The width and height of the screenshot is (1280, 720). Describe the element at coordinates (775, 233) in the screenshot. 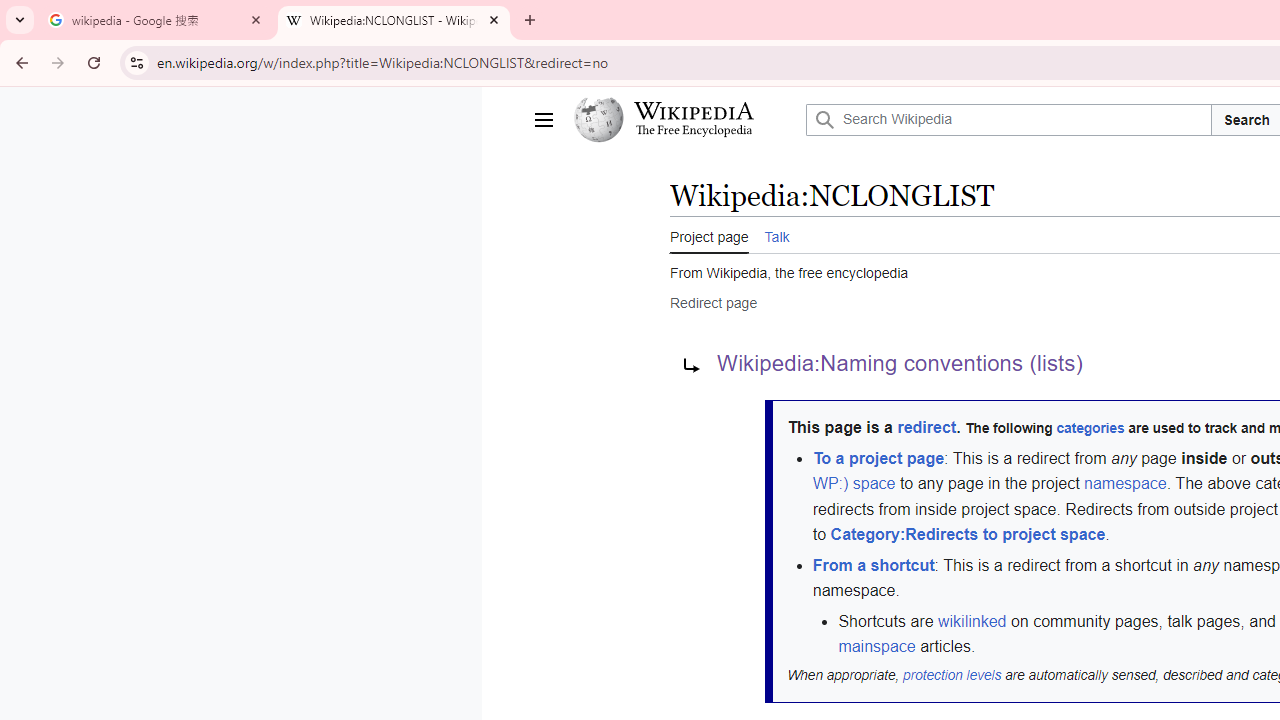

I see `'AutomationID: ca-talk'` at that location.